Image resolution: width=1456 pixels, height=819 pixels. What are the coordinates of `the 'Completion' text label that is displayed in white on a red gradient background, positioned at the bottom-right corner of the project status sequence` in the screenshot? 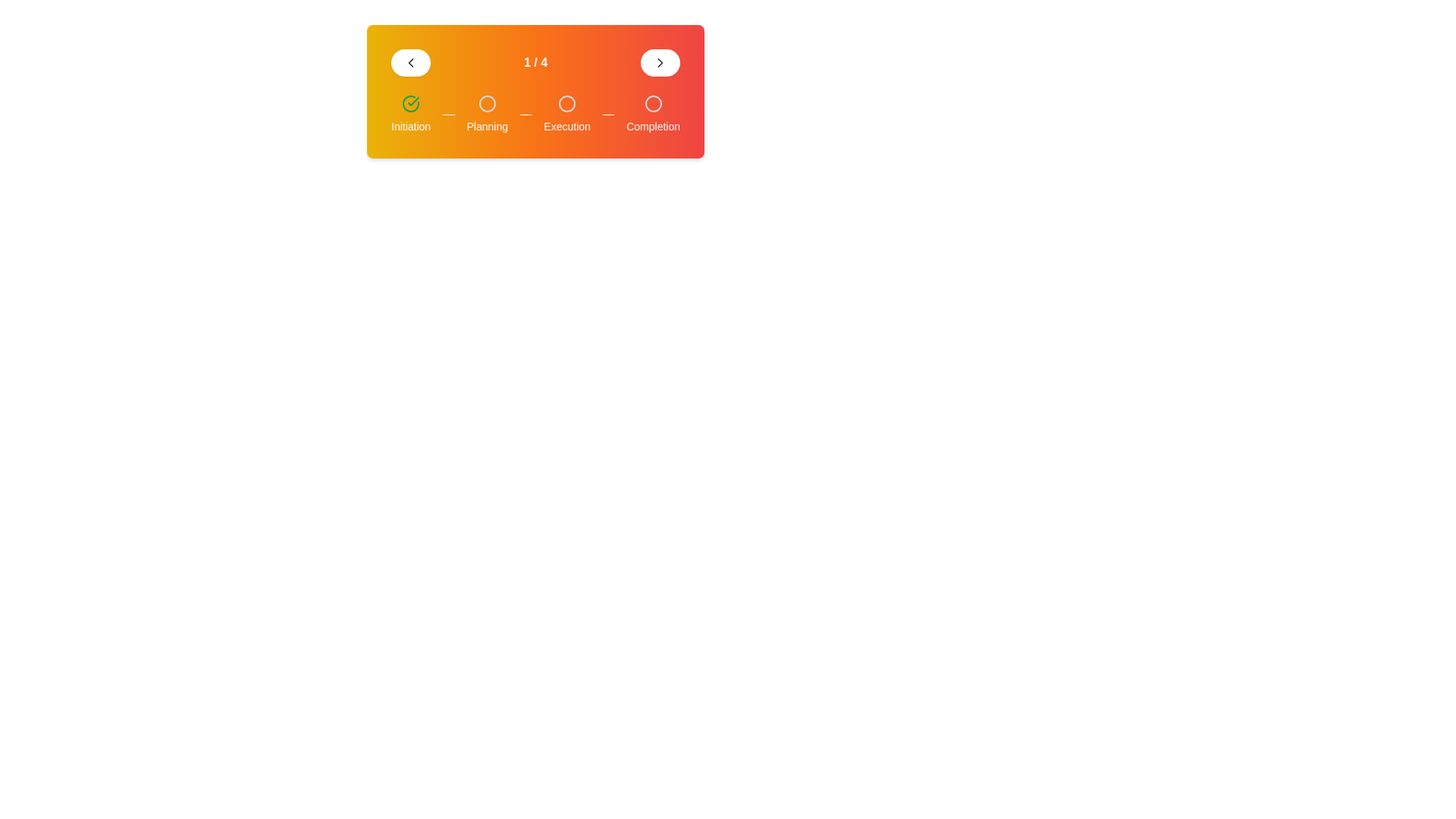 It's located at (653, 125).